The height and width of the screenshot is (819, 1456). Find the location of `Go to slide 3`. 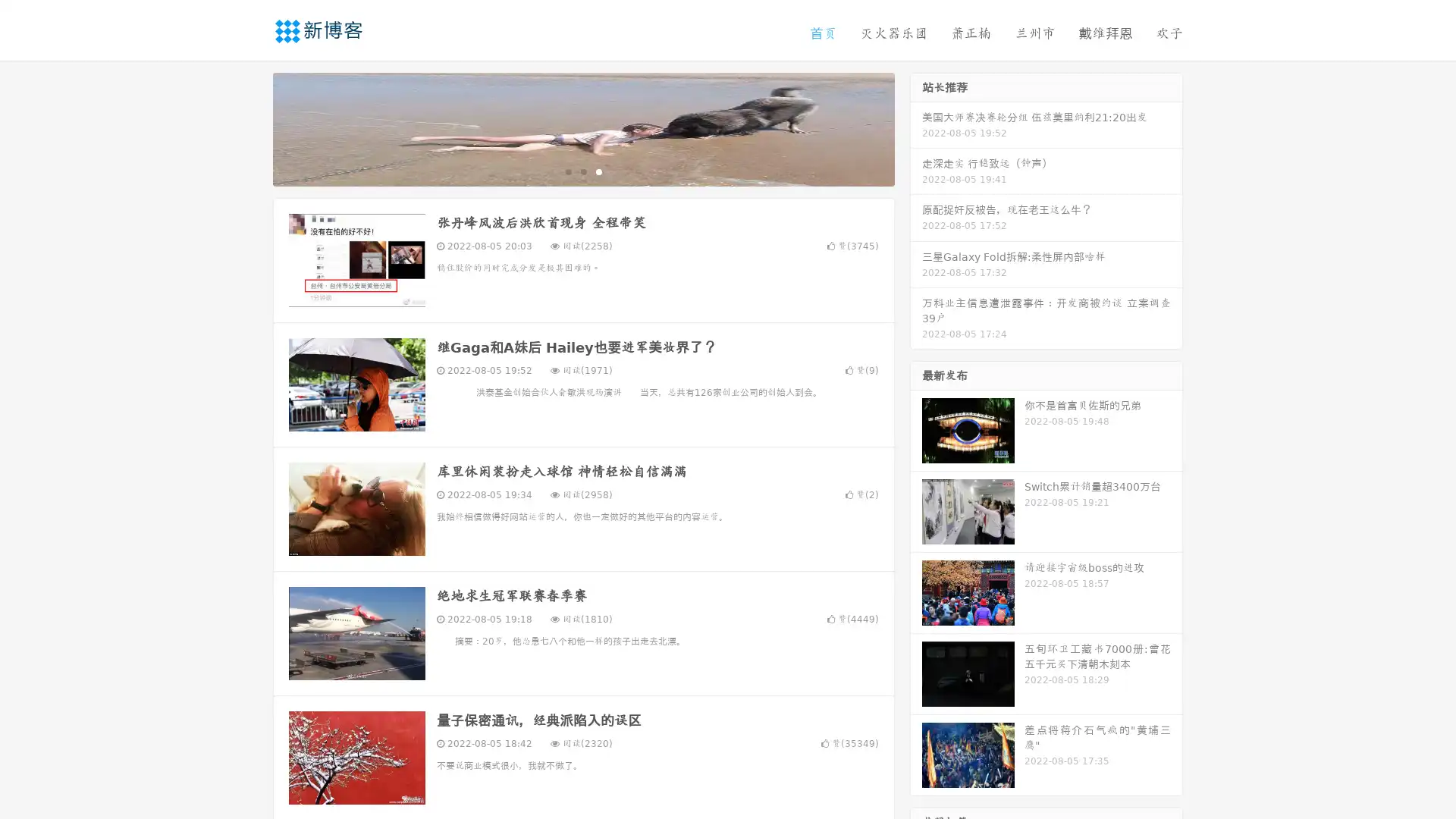

Go to slide 3 is located at coordinates (598, 171).